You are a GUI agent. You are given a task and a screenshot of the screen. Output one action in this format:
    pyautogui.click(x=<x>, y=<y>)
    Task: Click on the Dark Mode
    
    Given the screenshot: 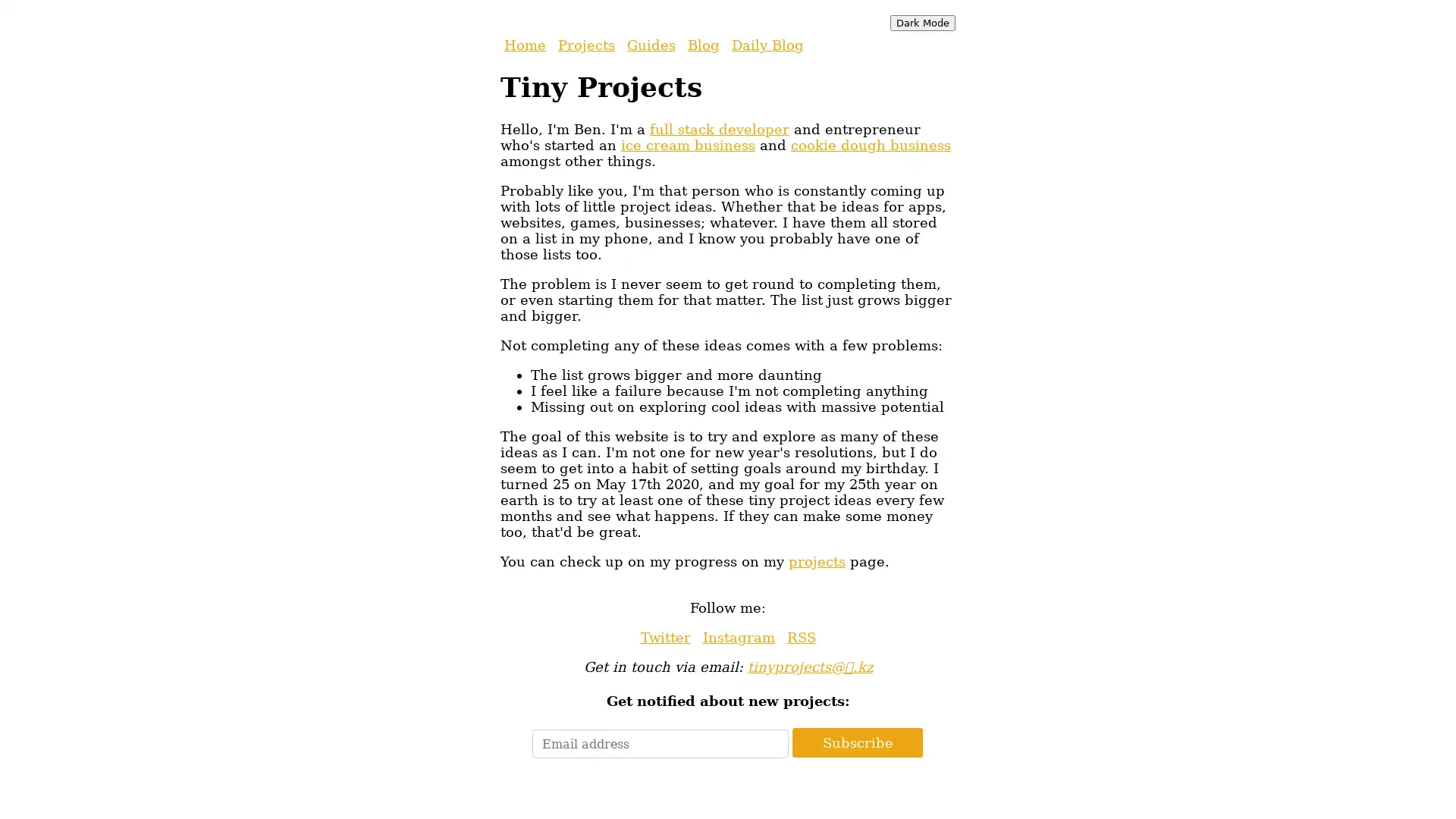 What is the action you would take?
    pyautogui.click(x=922, y=23)
    